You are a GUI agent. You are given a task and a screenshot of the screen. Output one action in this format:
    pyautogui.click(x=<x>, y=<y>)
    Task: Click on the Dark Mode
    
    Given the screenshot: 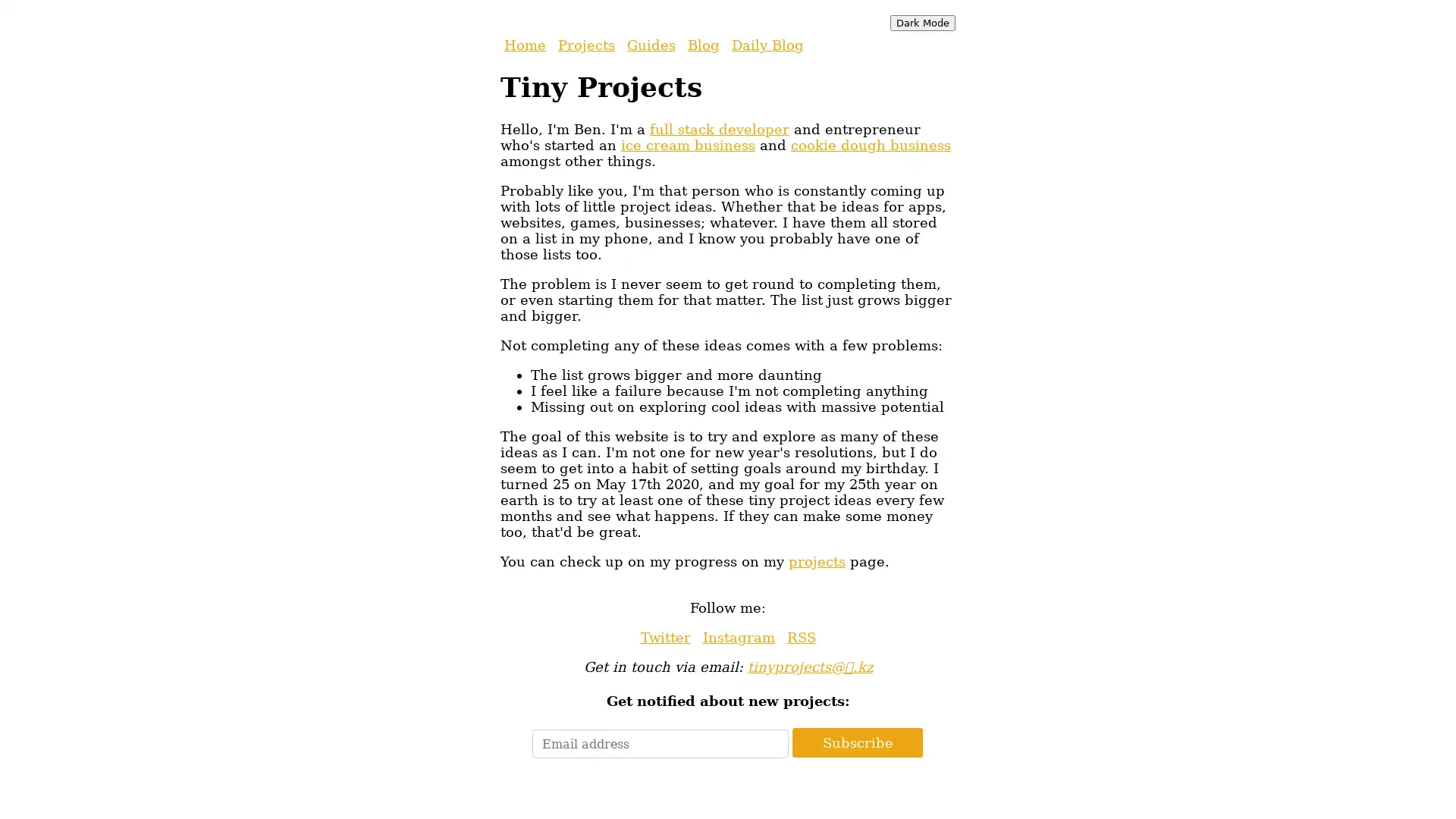 What is the action you would take?
    pyautogui.click(x=922, y=23)
    